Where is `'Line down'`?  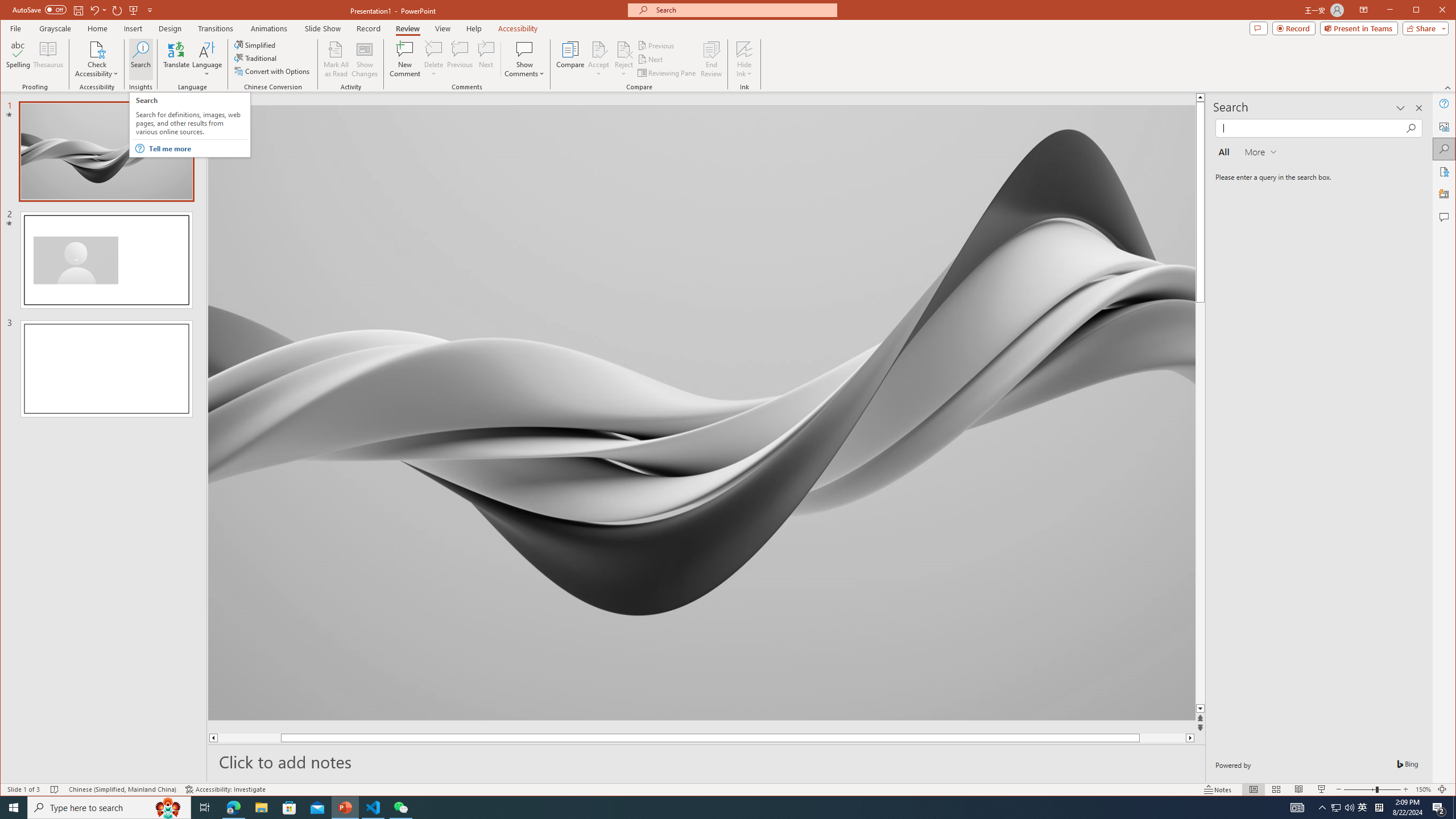
'Line down' is located at coordinates (1263, 709).